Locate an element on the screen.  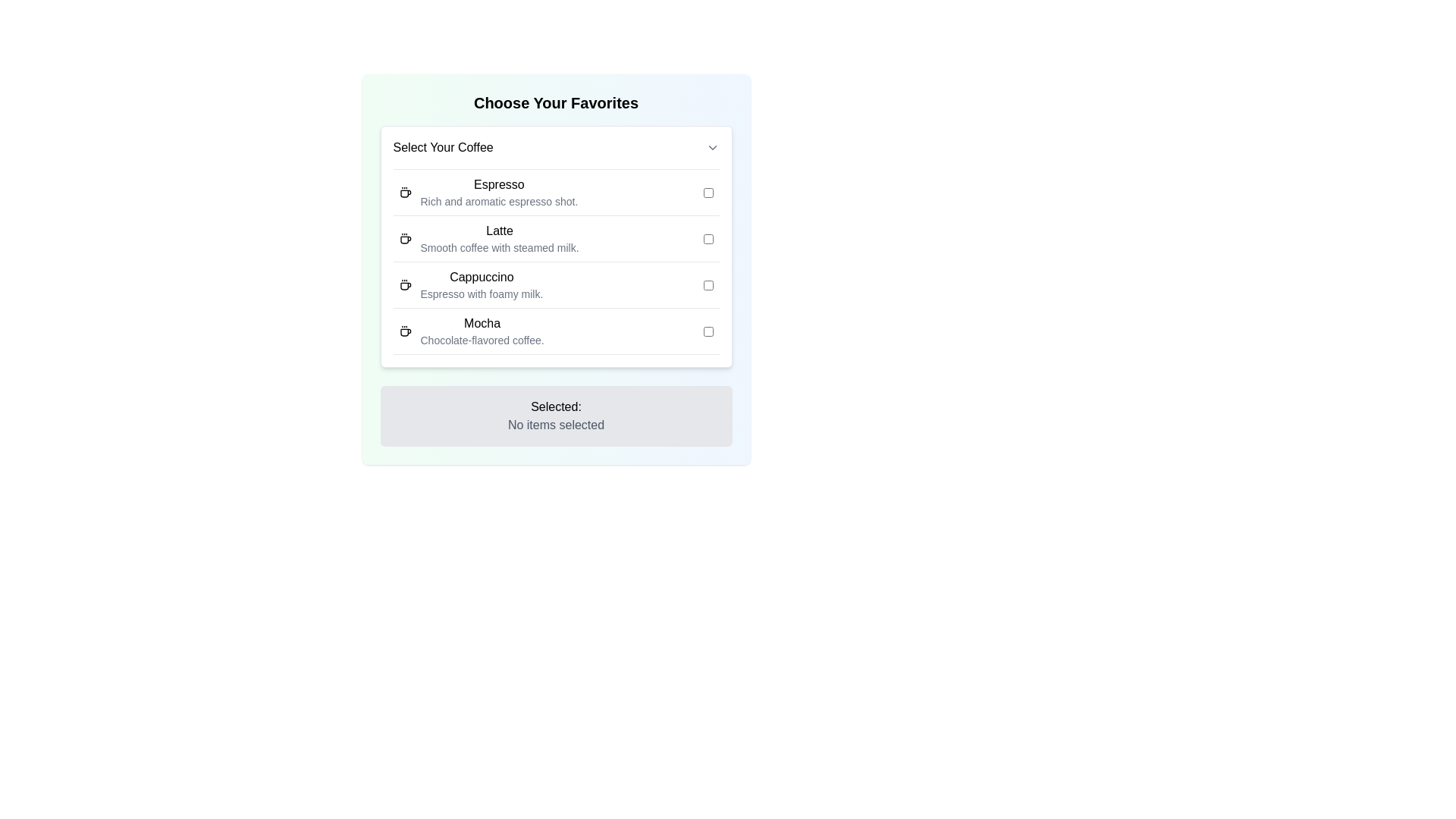
outside the informational text block that displays details about the 'Mocha' coffee option, located in the fourth row of the coffee options list is located at coordinates (481, 330).